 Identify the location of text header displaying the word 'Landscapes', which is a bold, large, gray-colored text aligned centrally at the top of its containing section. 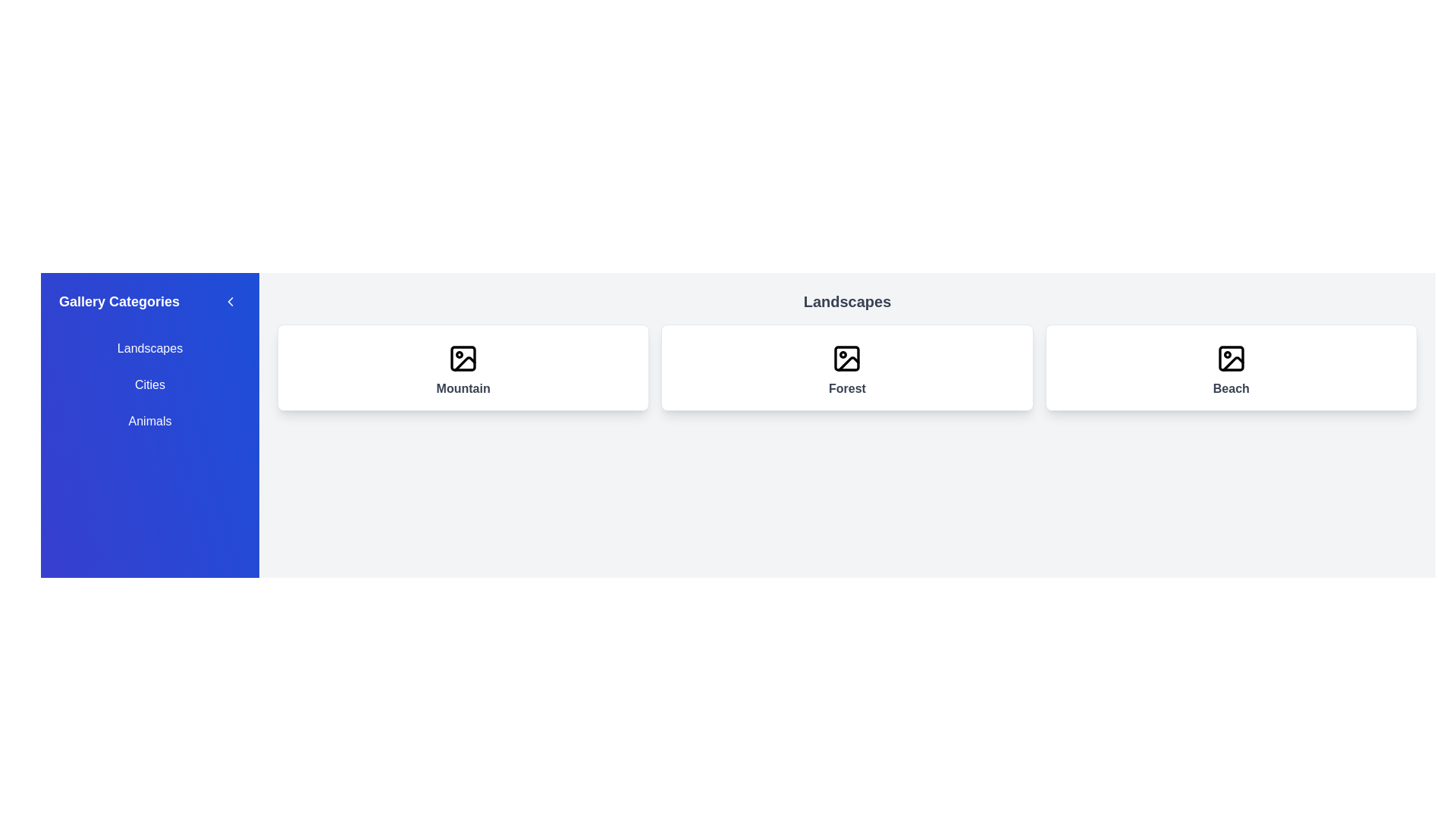
(846, 301).